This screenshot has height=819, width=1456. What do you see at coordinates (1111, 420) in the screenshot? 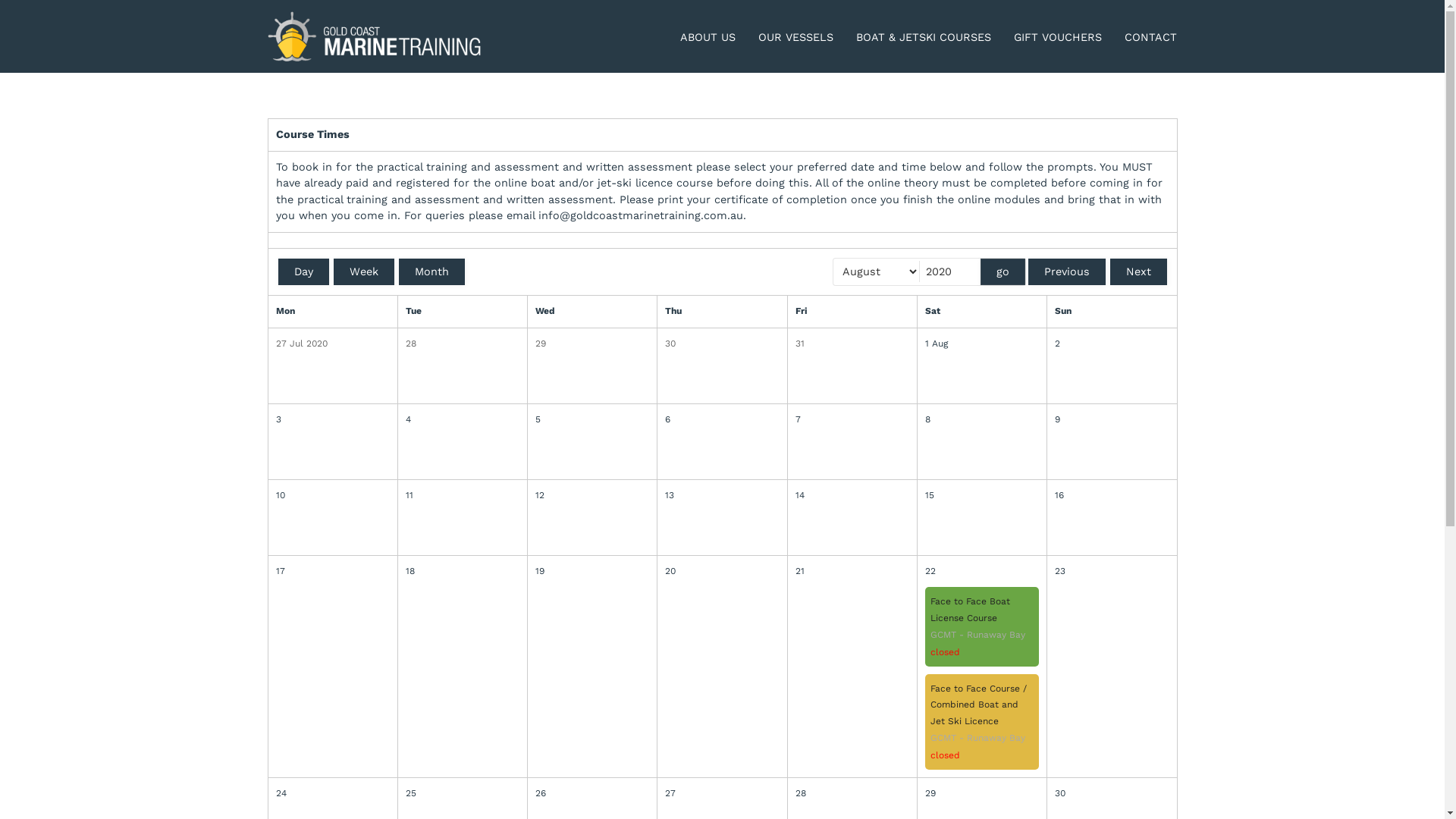
I see `'9'` at bounding box center [1111, 420].